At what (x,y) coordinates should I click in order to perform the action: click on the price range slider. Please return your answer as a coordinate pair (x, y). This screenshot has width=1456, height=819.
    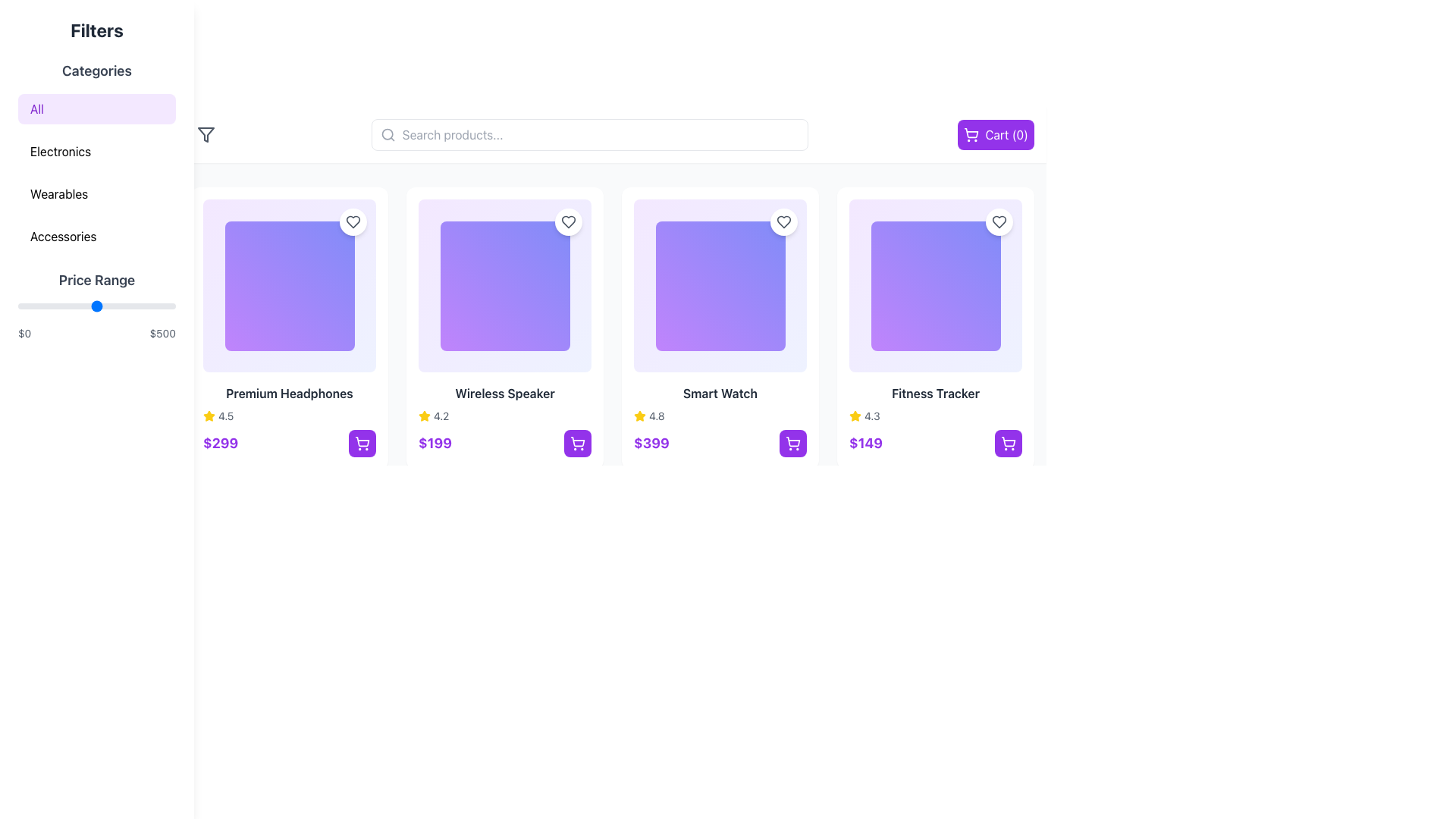
    Looking at the image, I should click on (35, 306).